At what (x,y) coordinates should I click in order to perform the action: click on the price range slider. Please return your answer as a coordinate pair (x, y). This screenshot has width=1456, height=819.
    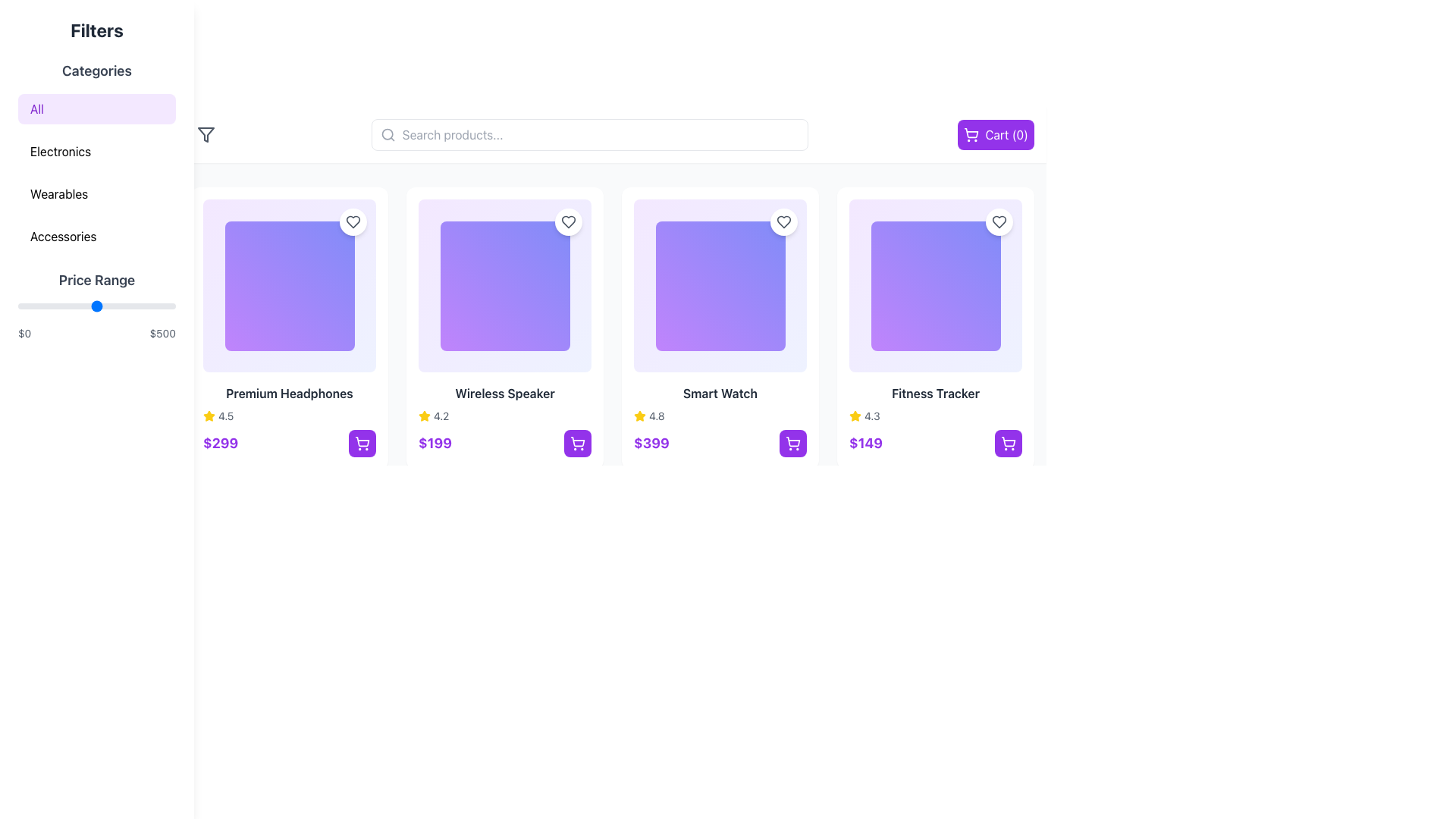
    Looking at the image, I should click on (35, 306).